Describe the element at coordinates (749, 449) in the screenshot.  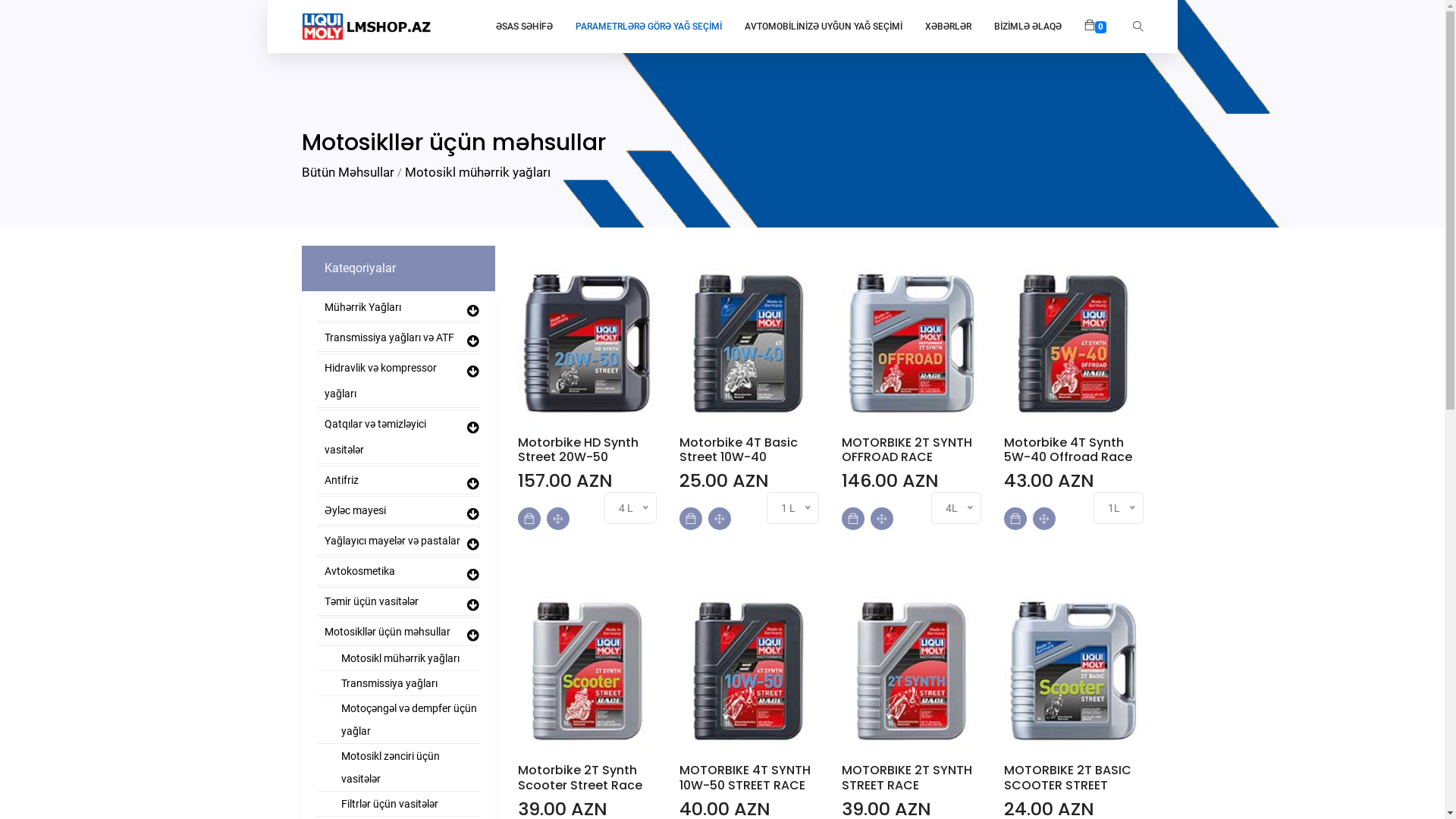
I see `'Motorbike 4T Basic Street 10W-40'` at that location.